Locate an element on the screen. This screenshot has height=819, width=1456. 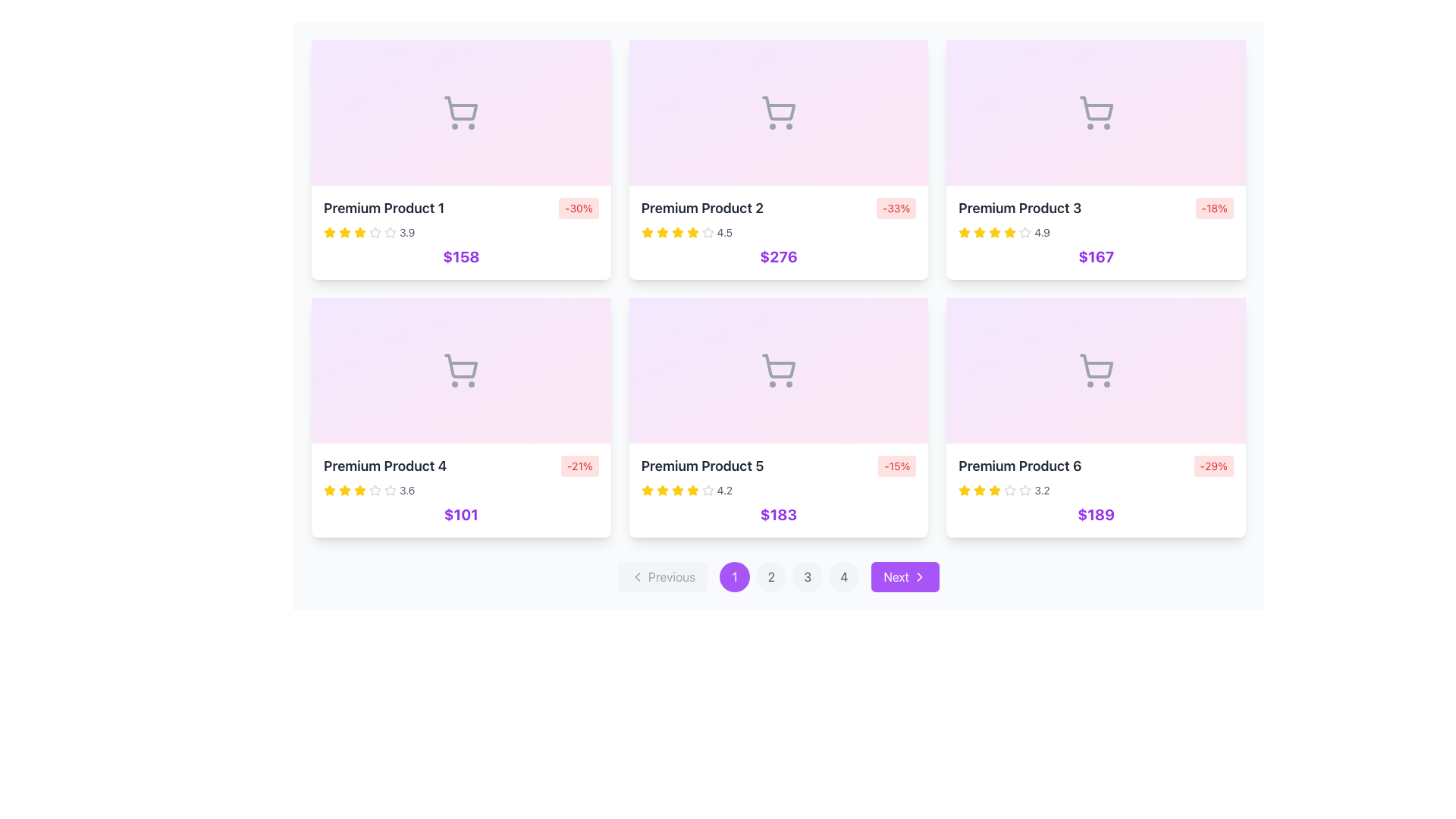
the fifth star-shaped icon in the 5-star rating system under the title 'Premium Product 5', which is golden-yellow in color and suggests a rating of 4.2 is located at coordinates (692, 491).